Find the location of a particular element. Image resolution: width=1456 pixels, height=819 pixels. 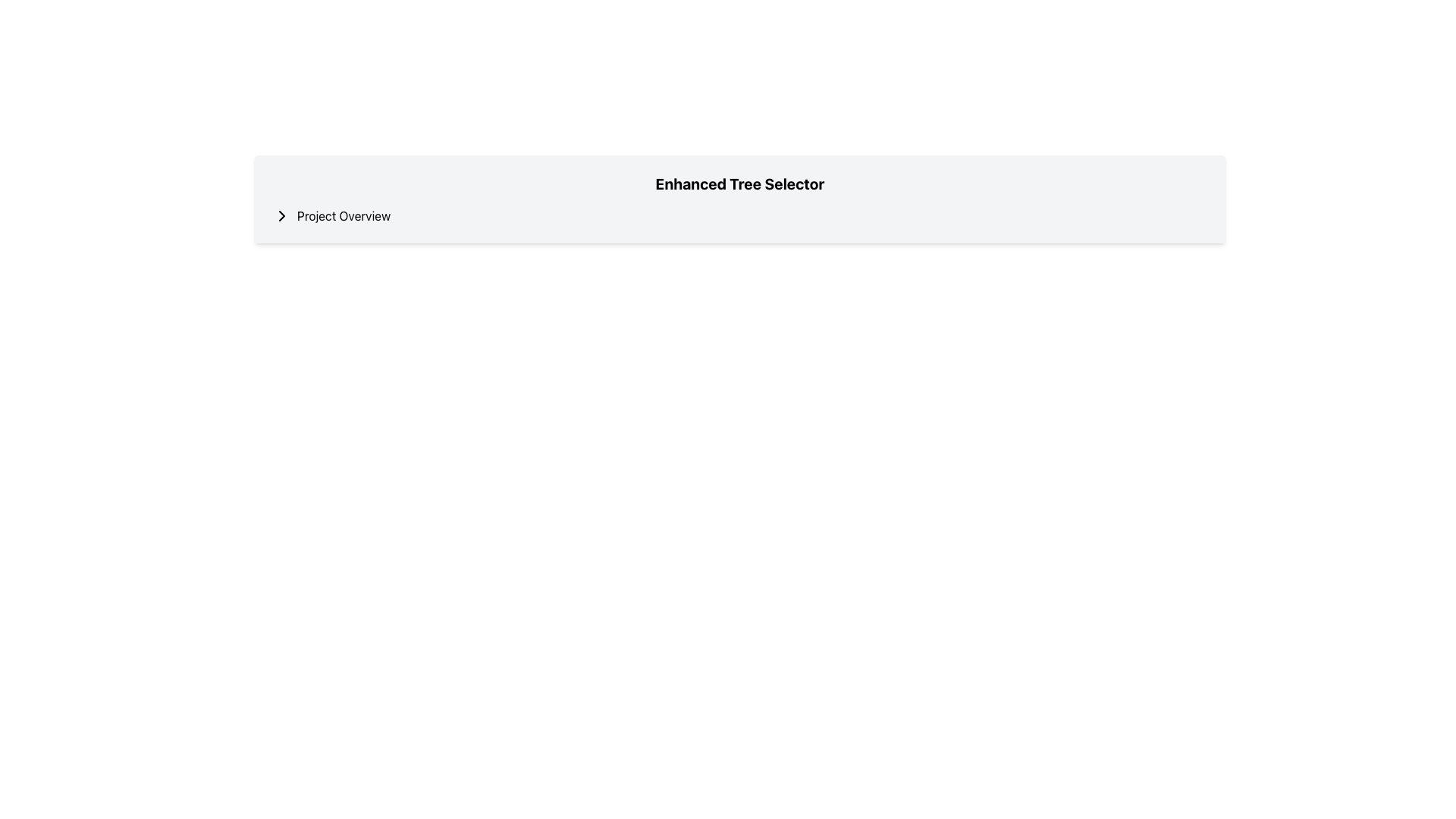

the chevron-shaped icon located to the immediate left of the text 'Project Overview' is located at coordinates (282, 216).